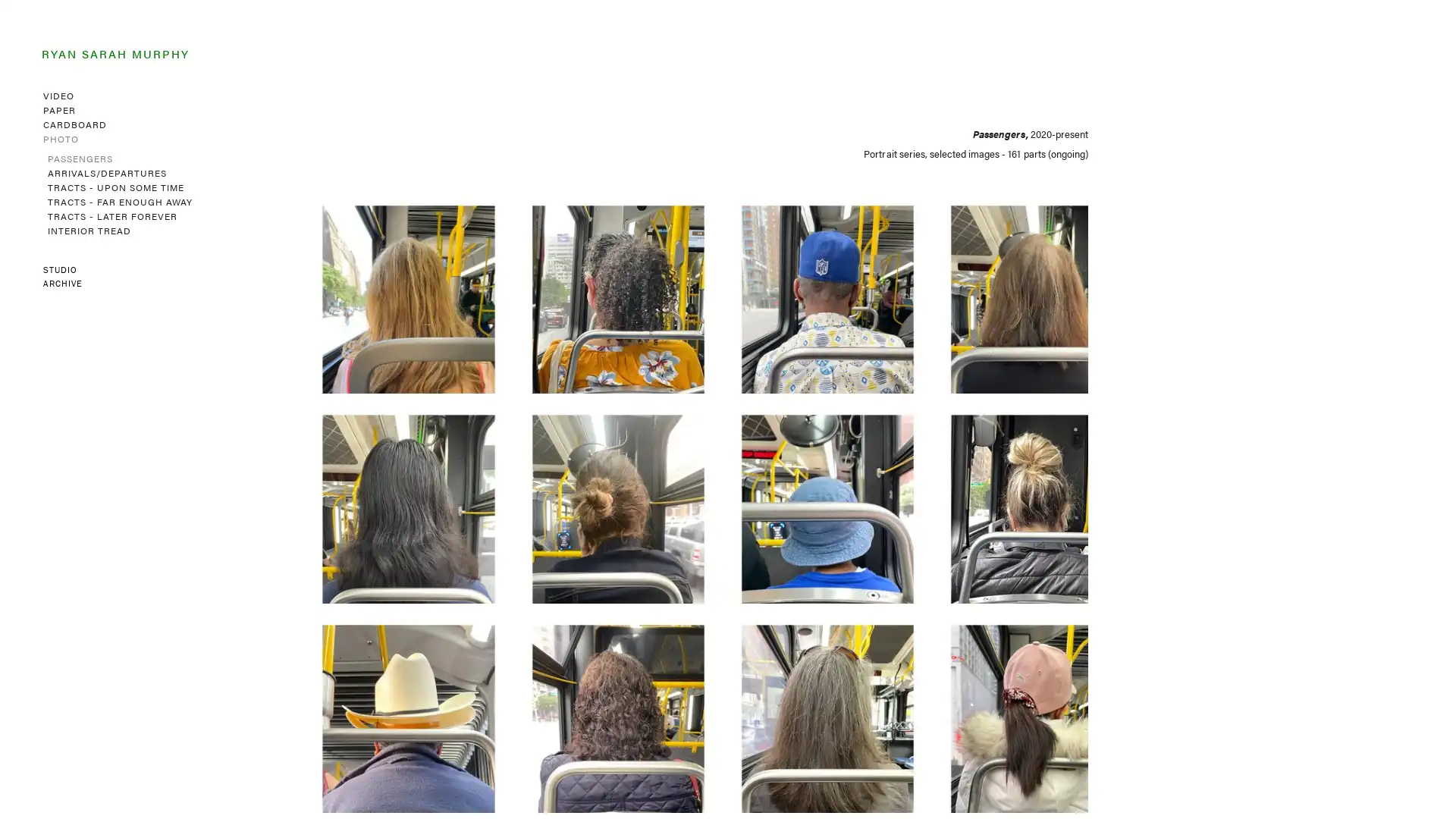 The width and height of the screenshot is (1456, 819). I want to click on View fullsize Passenger 154-.jpeg, so click(993, 488).